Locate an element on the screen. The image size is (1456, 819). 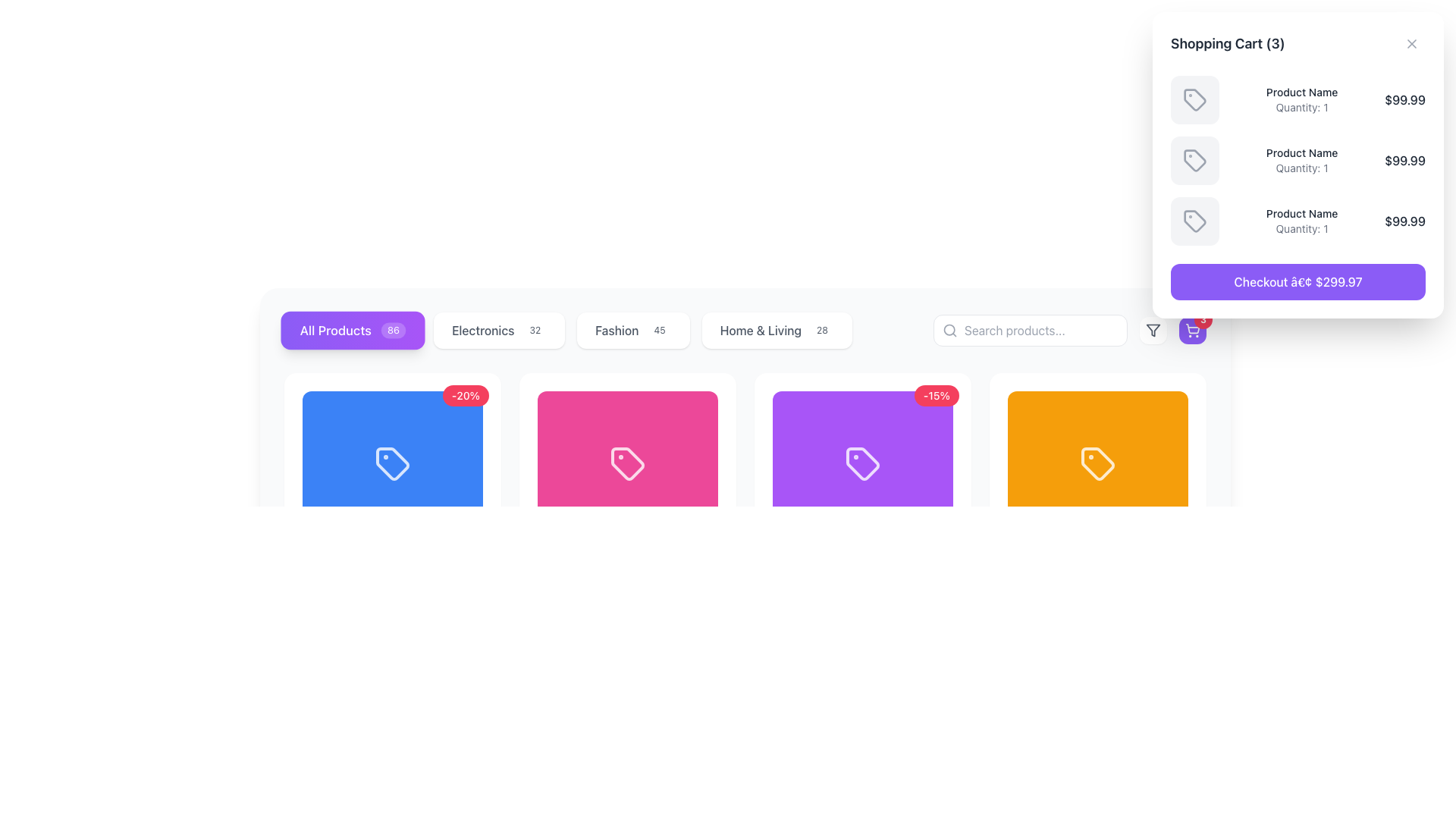
the Product card, which is a rectangular card with rounded corners and a bold orange fill at the top, positioned as the fourth item in a horizontal grid is located at coordinates (1098, 511).